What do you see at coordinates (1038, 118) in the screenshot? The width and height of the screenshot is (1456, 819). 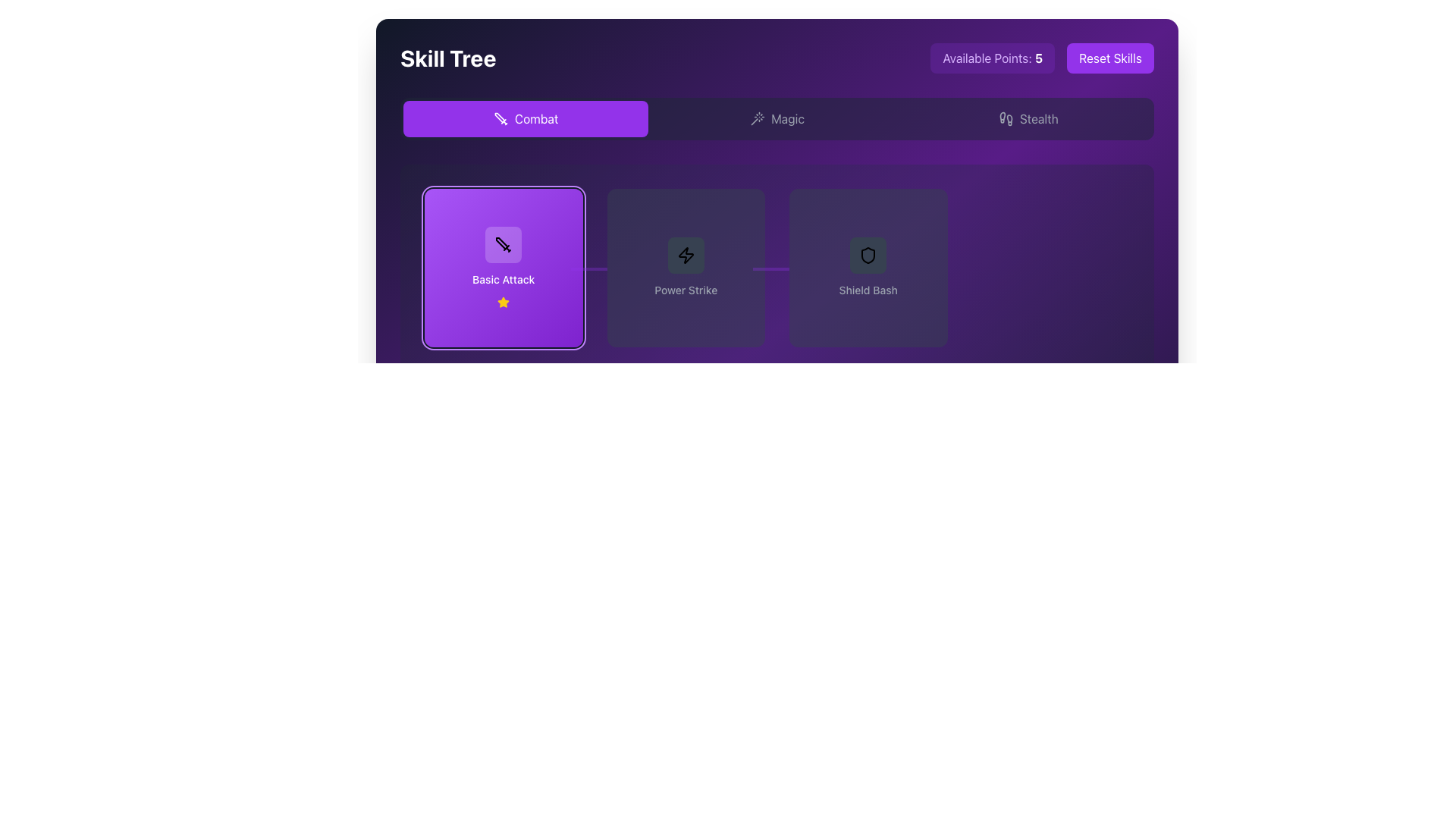 I see `the Text label located at the top-right corner of the interface, adjacent to a small icon resembling footprints` at bounding box center [1038, 118].